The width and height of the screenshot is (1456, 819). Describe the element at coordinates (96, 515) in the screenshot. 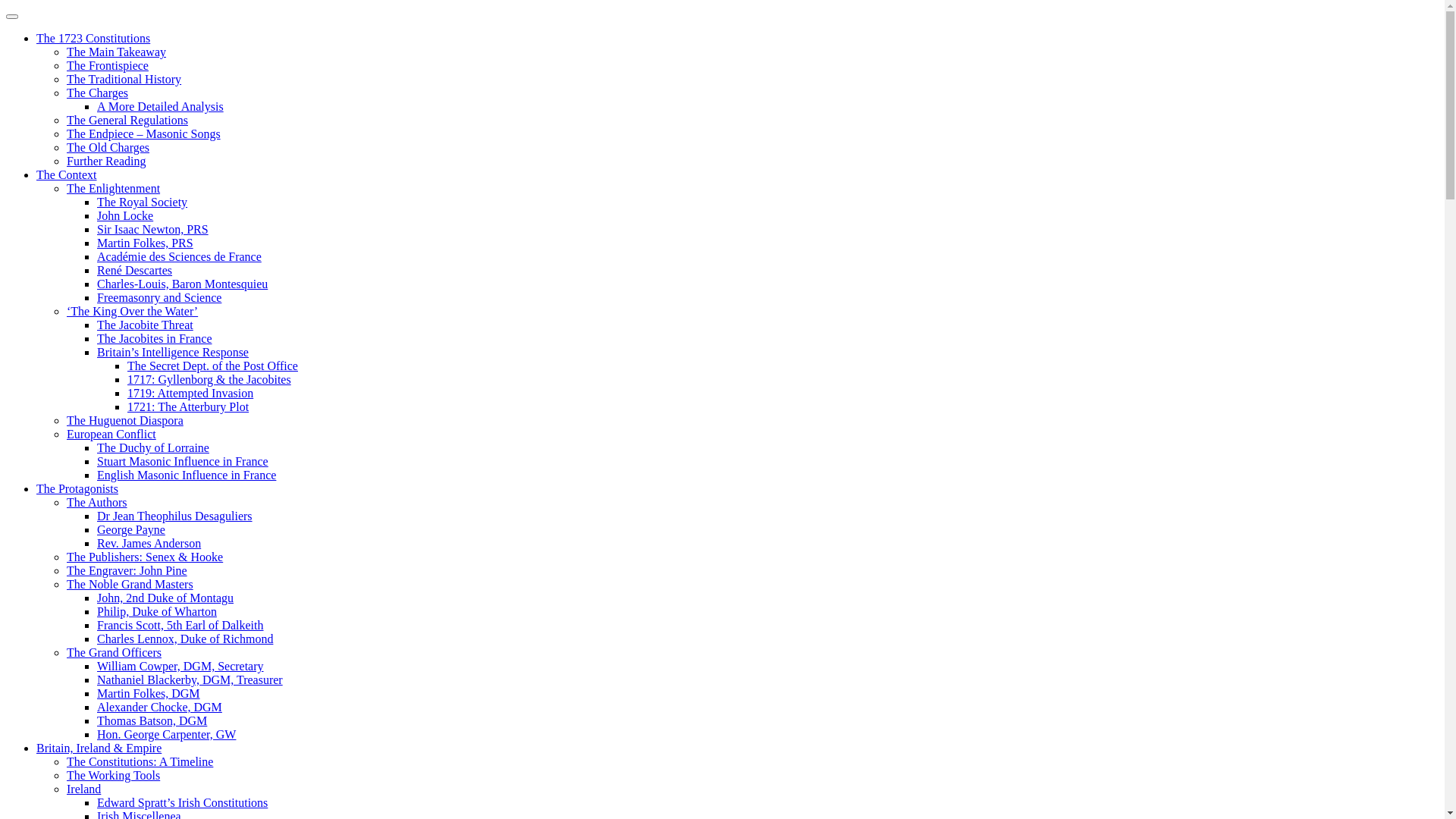

I see `'Dr Jean Theophilus Desaguliers'` at that location.